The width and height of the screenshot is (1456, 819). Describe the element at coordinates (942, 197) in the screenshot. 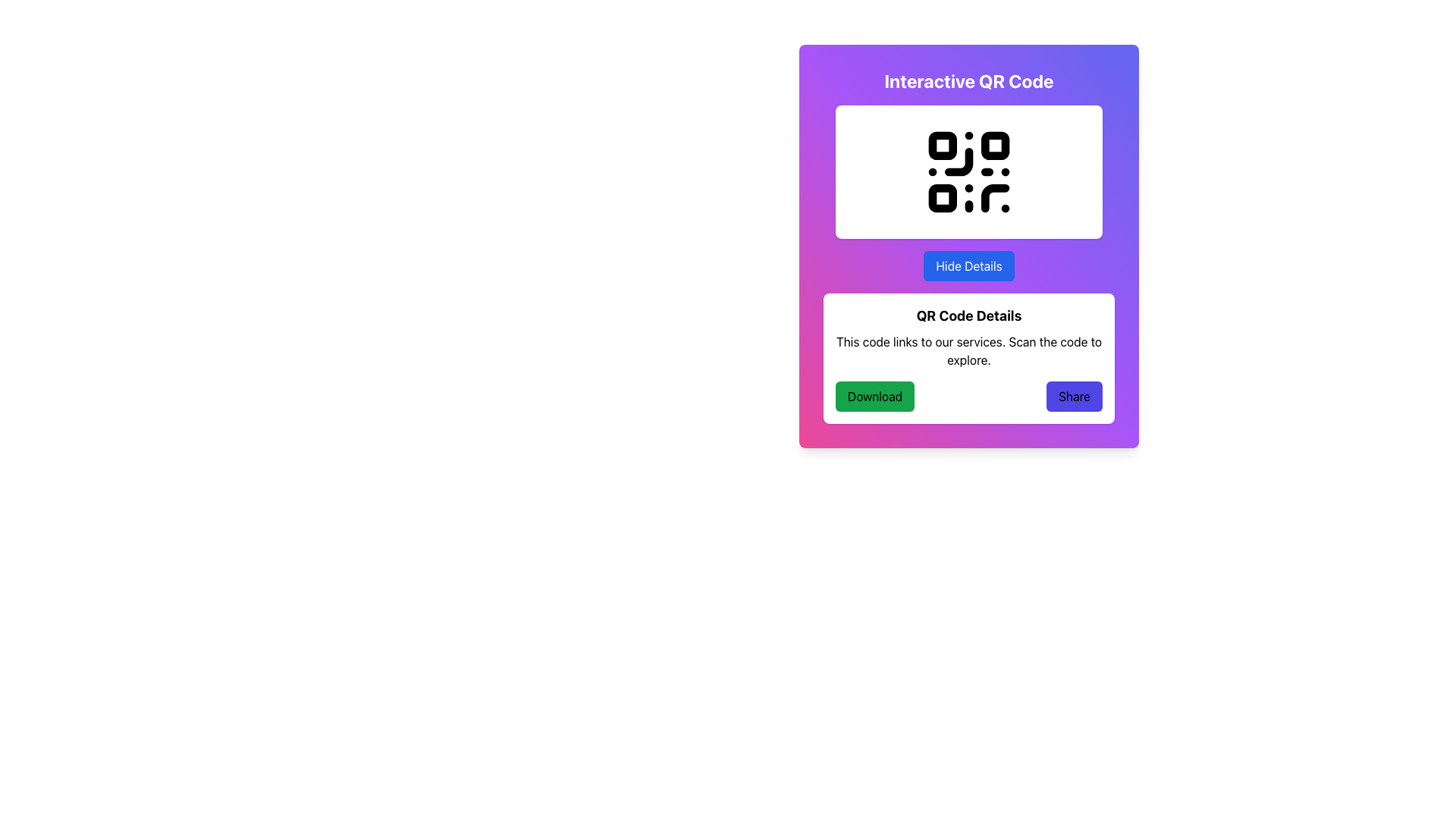

I see `the rectangular SVG element that is part of the QR code structure, located in the bottom-left quadrant of the QR code` at that location.